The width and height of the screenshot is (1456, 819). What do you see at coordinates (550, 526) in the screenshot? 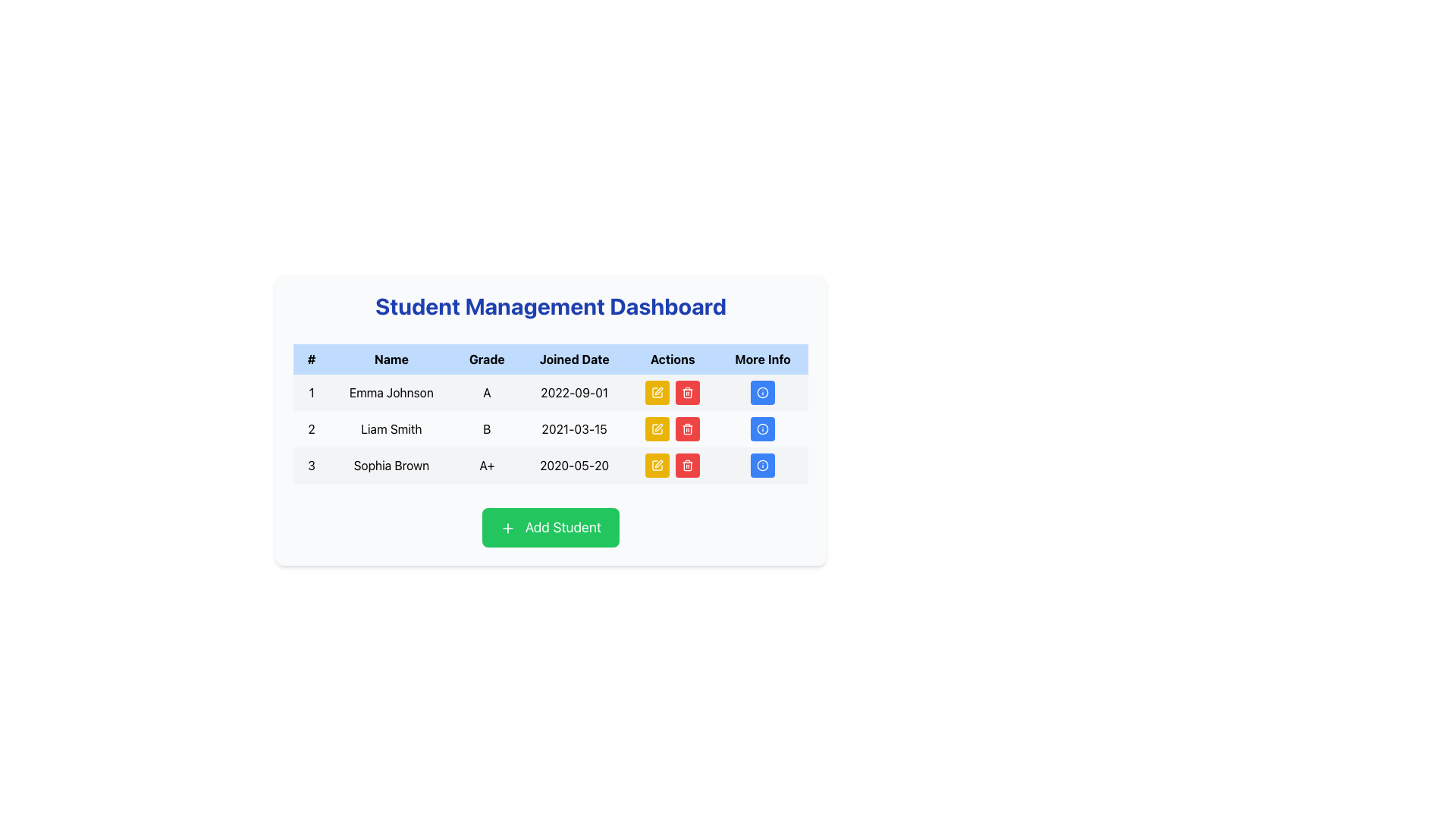
I see `the green rectangular button labeled 'Add Student'` at bounding box center [550, 526].